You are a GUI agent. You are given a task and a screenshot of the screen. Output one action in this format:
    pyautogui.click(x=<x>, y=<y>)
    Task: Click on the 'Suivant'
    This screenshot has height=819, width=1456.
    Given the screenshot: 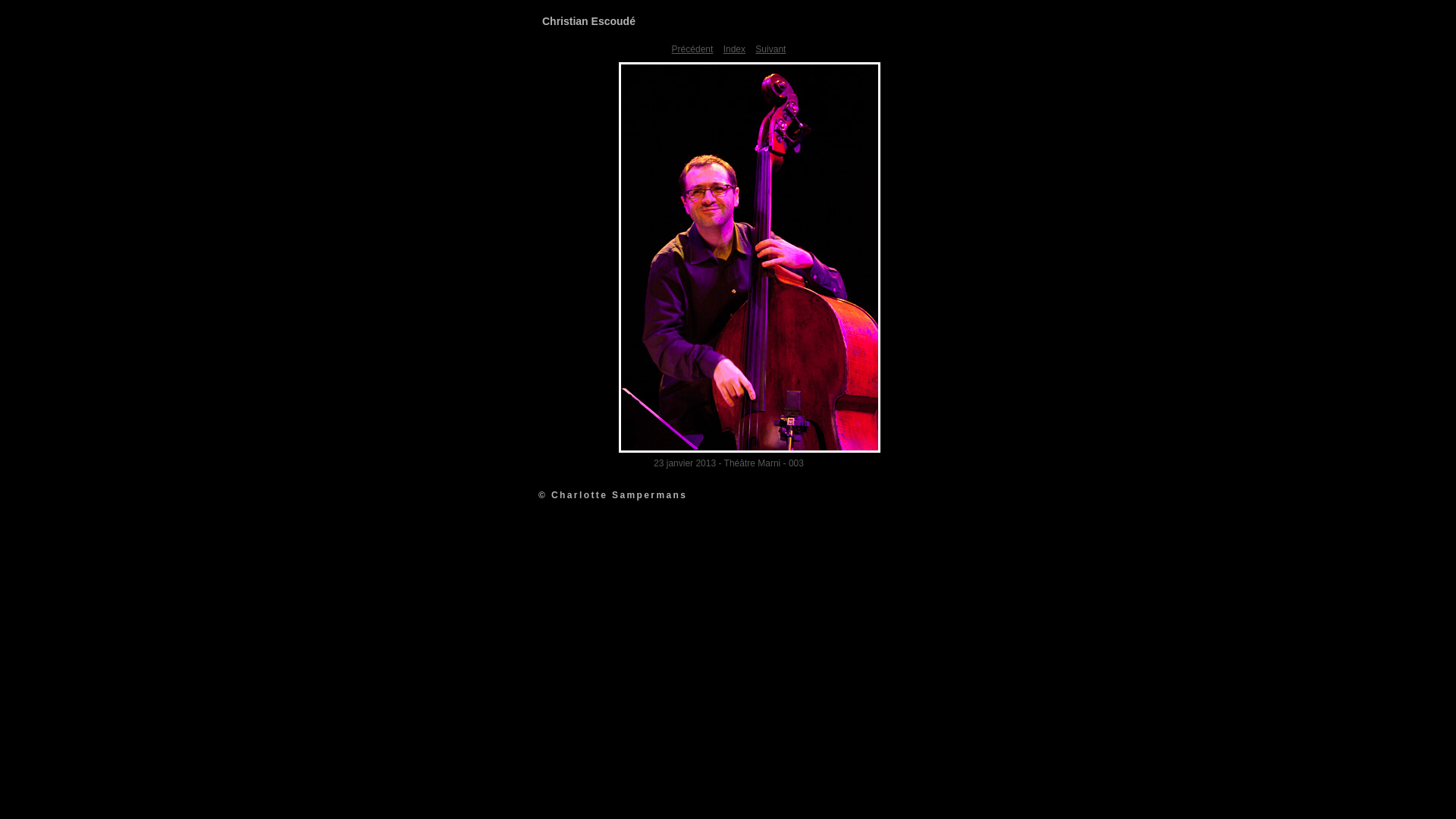 What is the action you would take?
    pyautogui.click(x=770, y=49)
    